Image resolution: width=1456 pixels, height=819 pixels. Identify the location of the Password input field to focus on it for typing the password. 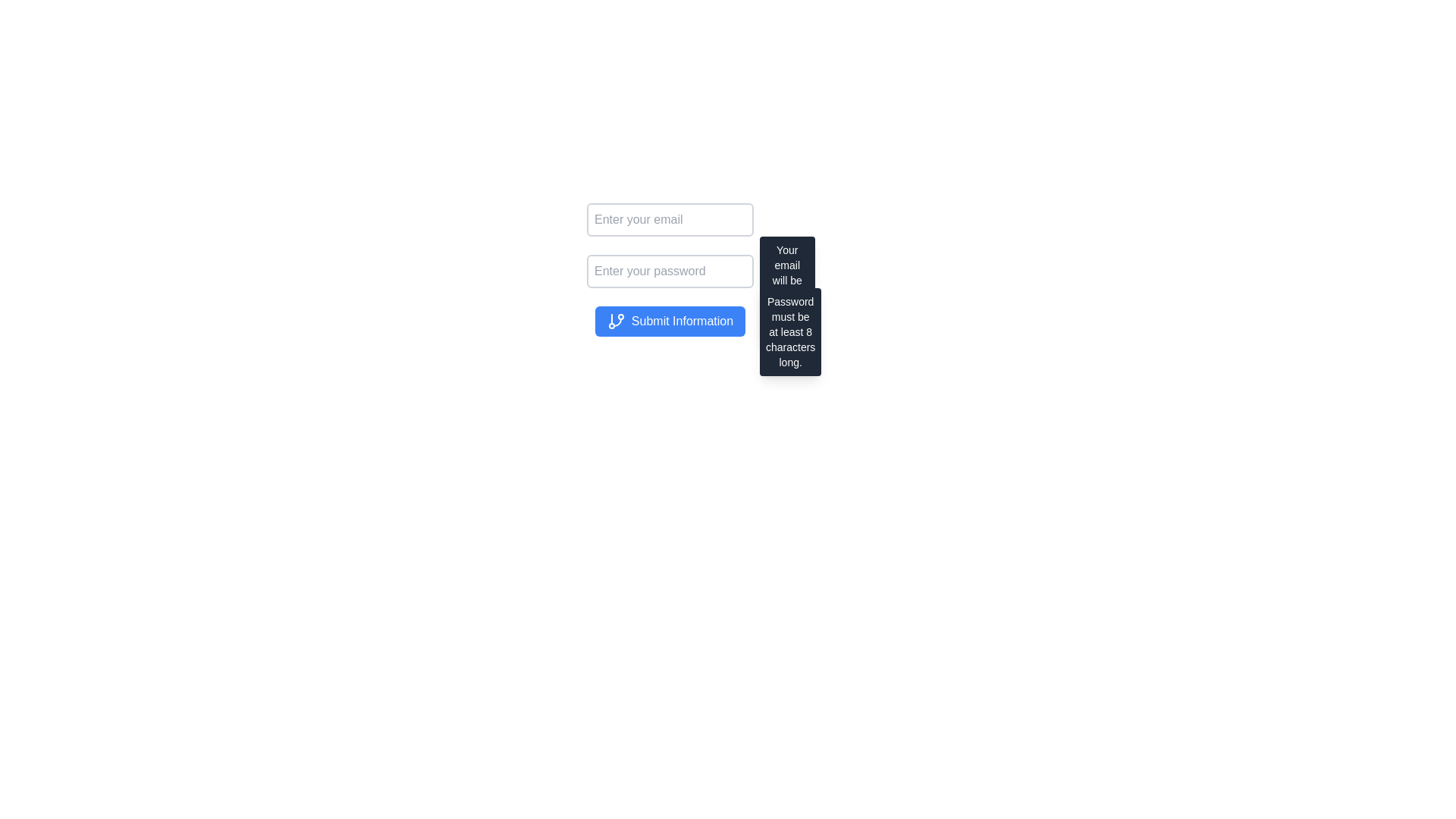
(669, 271).